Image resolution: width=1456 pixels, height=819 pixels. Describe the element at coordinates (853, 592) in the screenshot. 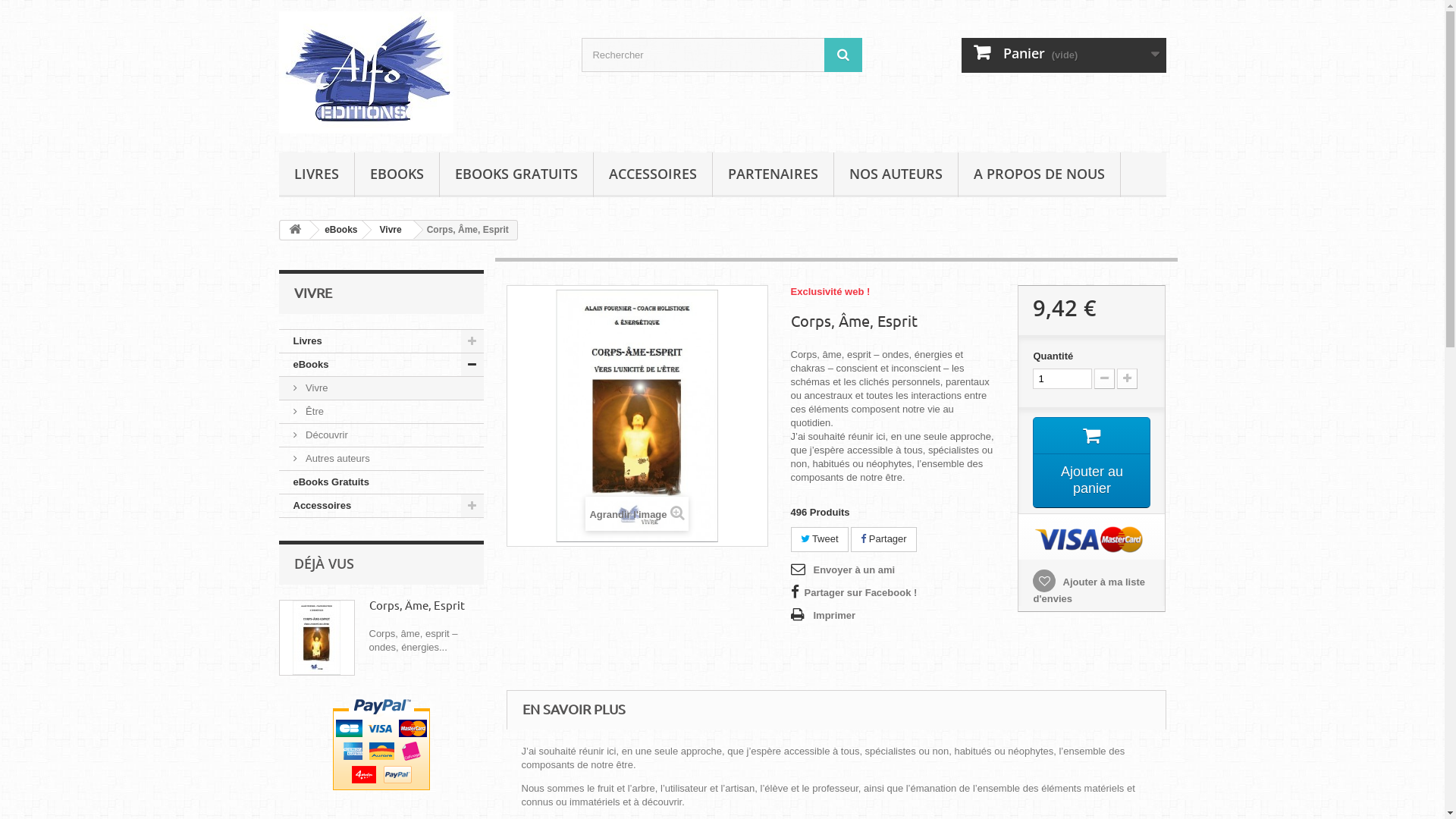

I see `'Partager sur Facebook !'` at that location.